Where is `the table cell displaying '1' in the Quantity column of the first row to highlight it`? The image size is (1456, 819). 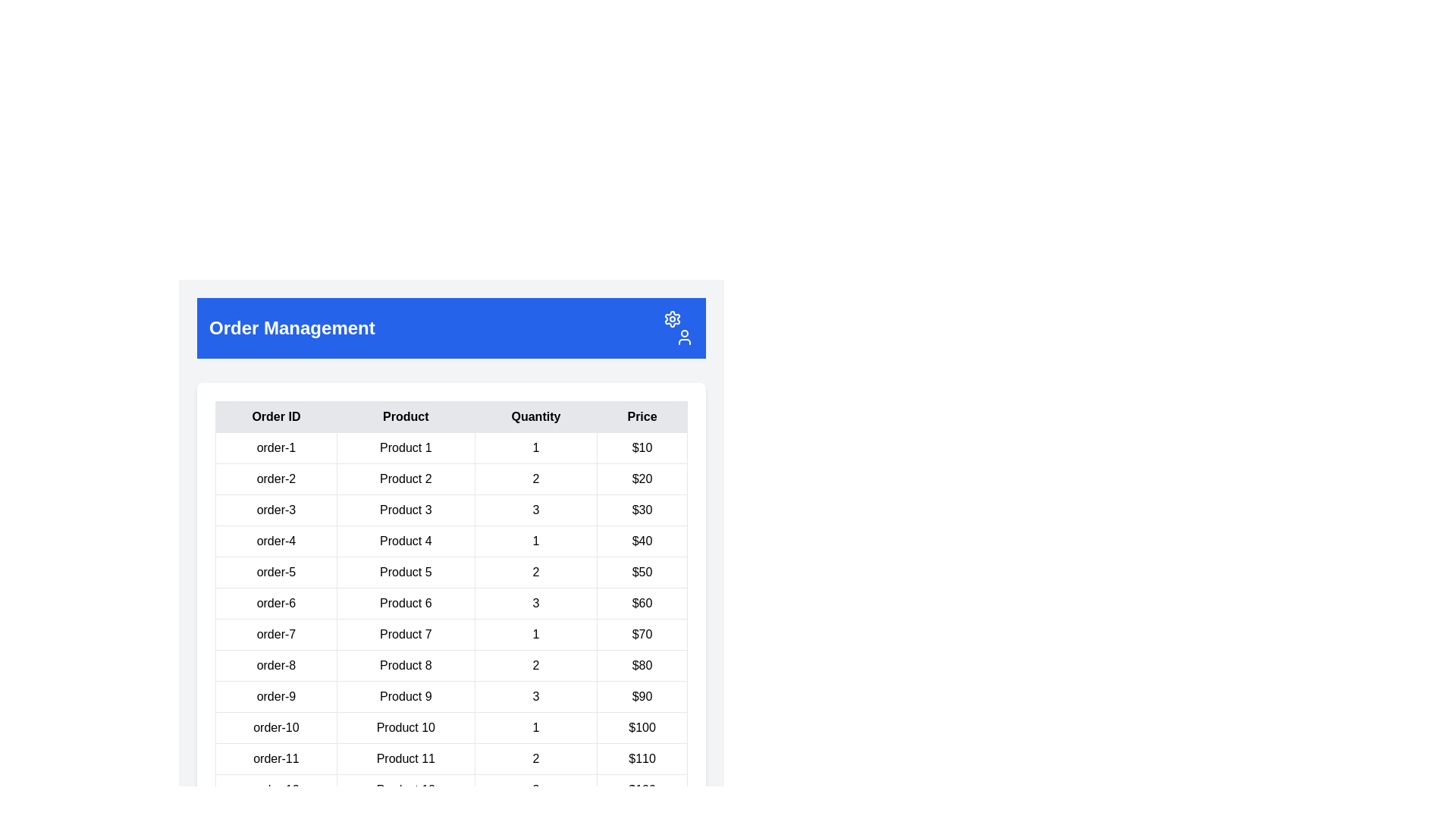 the table cell displaying '1' in the Quantity column of the first row to highlight it is located at coordinates (535, 447).